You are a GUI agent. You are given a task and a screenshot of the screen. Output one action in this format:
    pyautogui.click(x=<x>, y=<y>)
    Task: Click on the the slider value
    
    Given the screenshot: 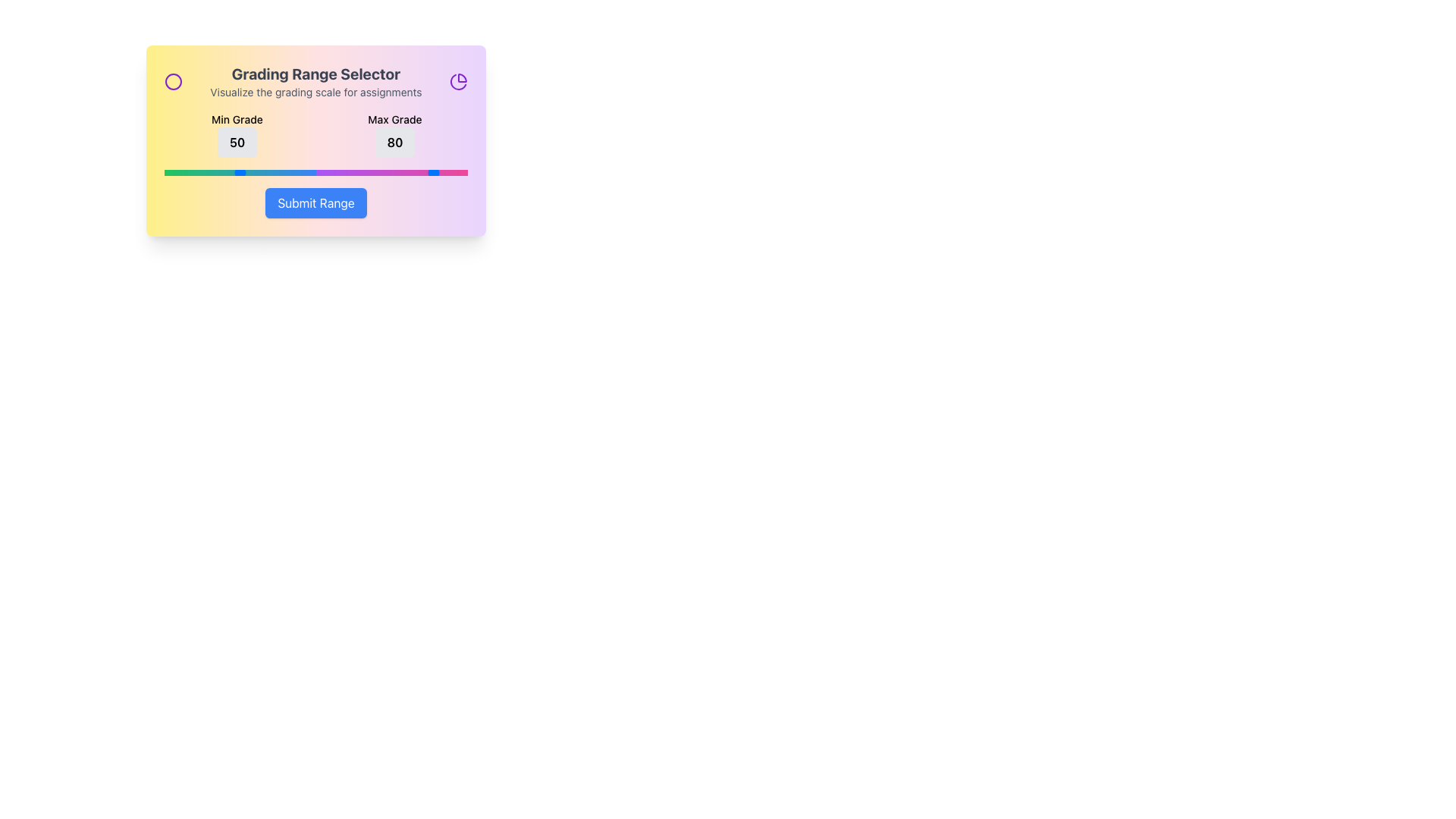 What is the action you would take?
    pyautogui.click(x=240, y=171)
    